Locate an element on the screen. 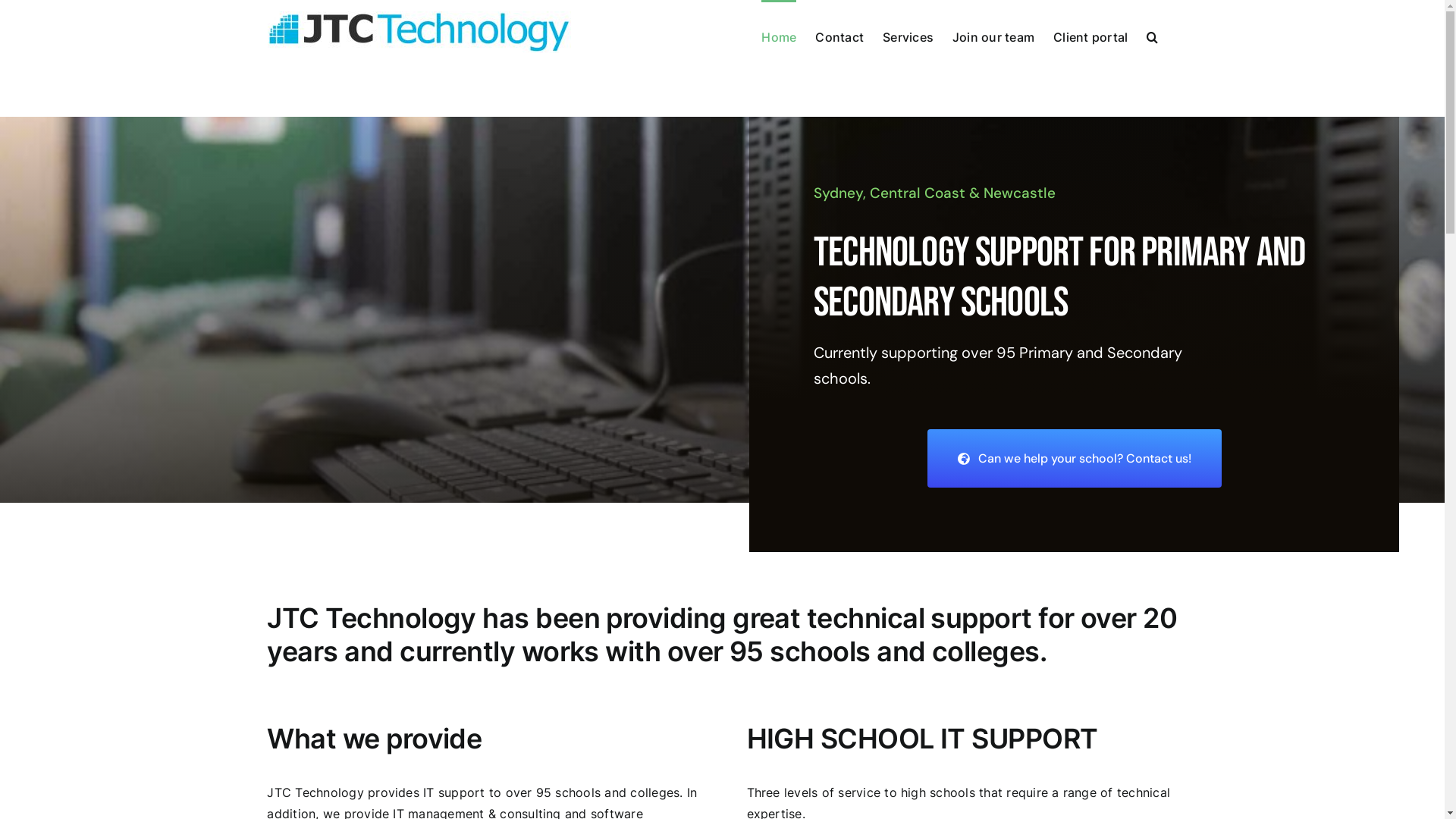  'service to high schools' is located at coordinates (906, 792).